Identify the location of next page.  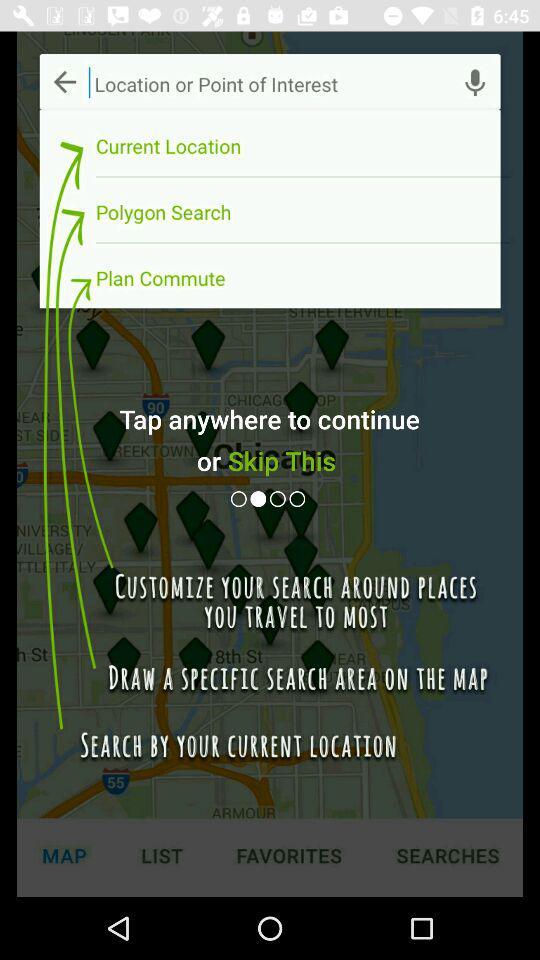
(278, 498).